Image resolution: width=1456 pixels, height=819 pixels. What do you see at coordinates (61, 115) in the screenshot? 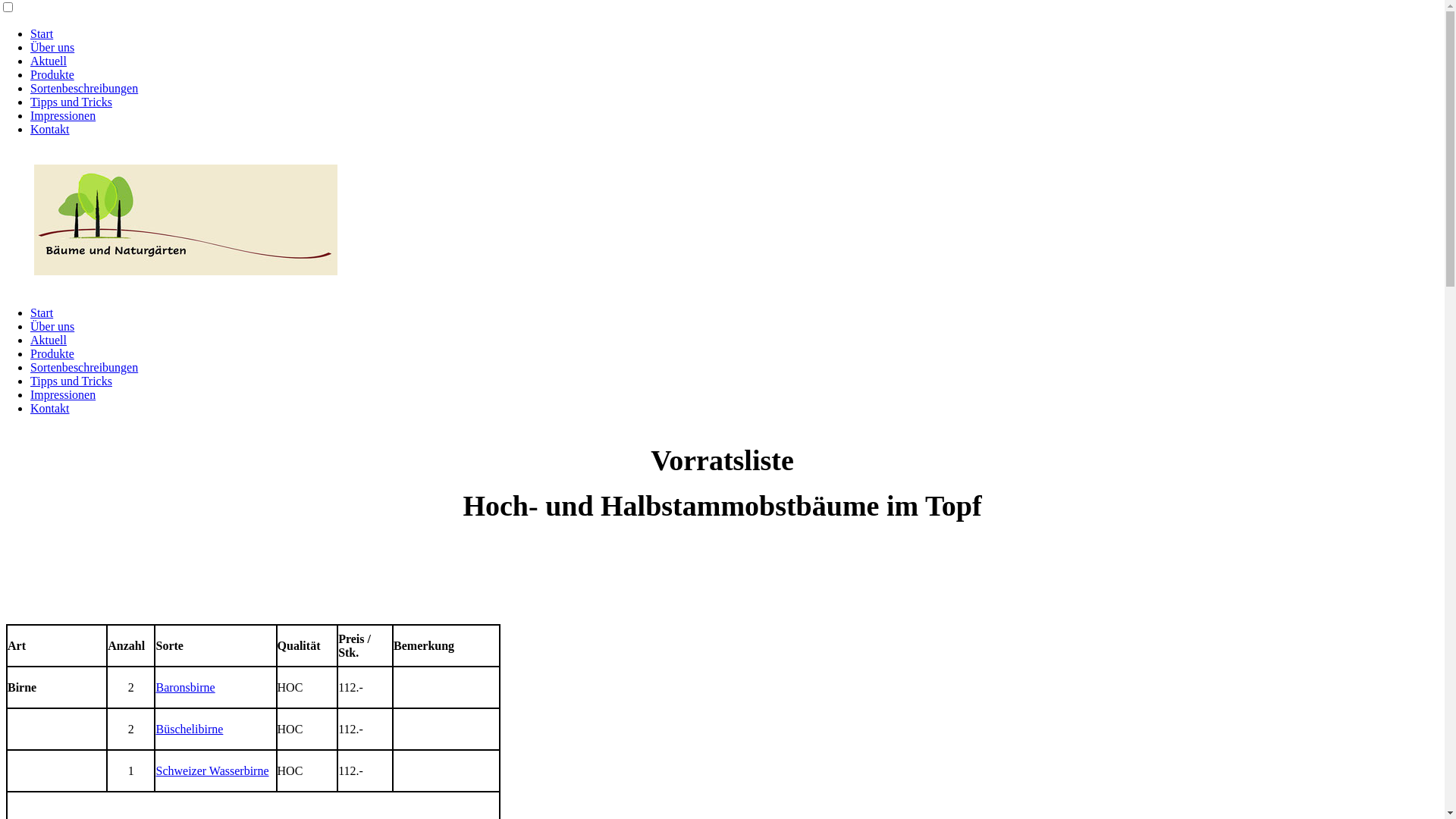
I see `'Impressionen'` at bounding box center [61, 115].